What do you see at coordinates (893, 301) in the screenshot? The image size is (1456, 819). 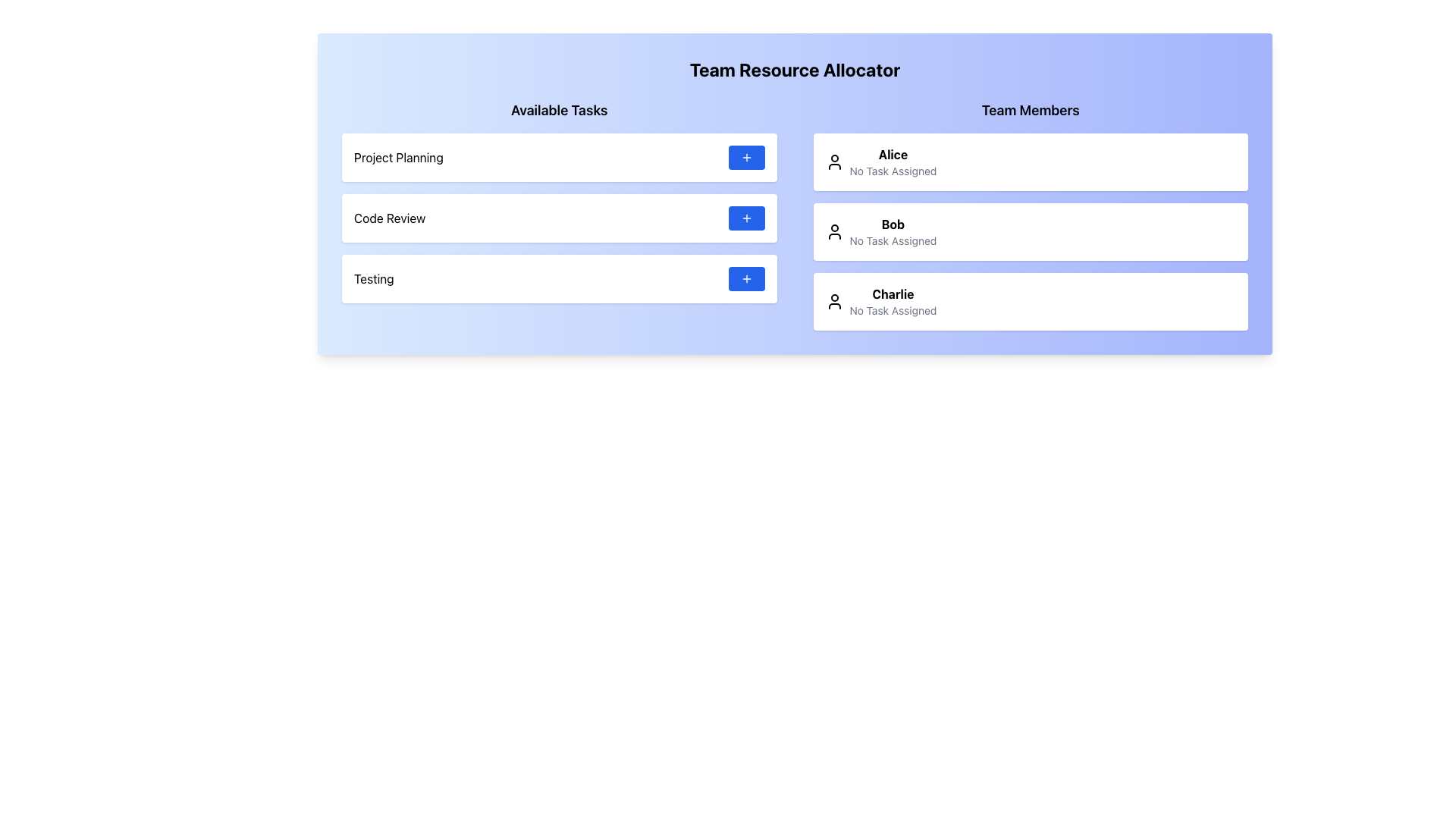 I see `label indicating the task status of the team member in the third row of the Team Members section, located next to the user icon` at bounding box center [893, 301].